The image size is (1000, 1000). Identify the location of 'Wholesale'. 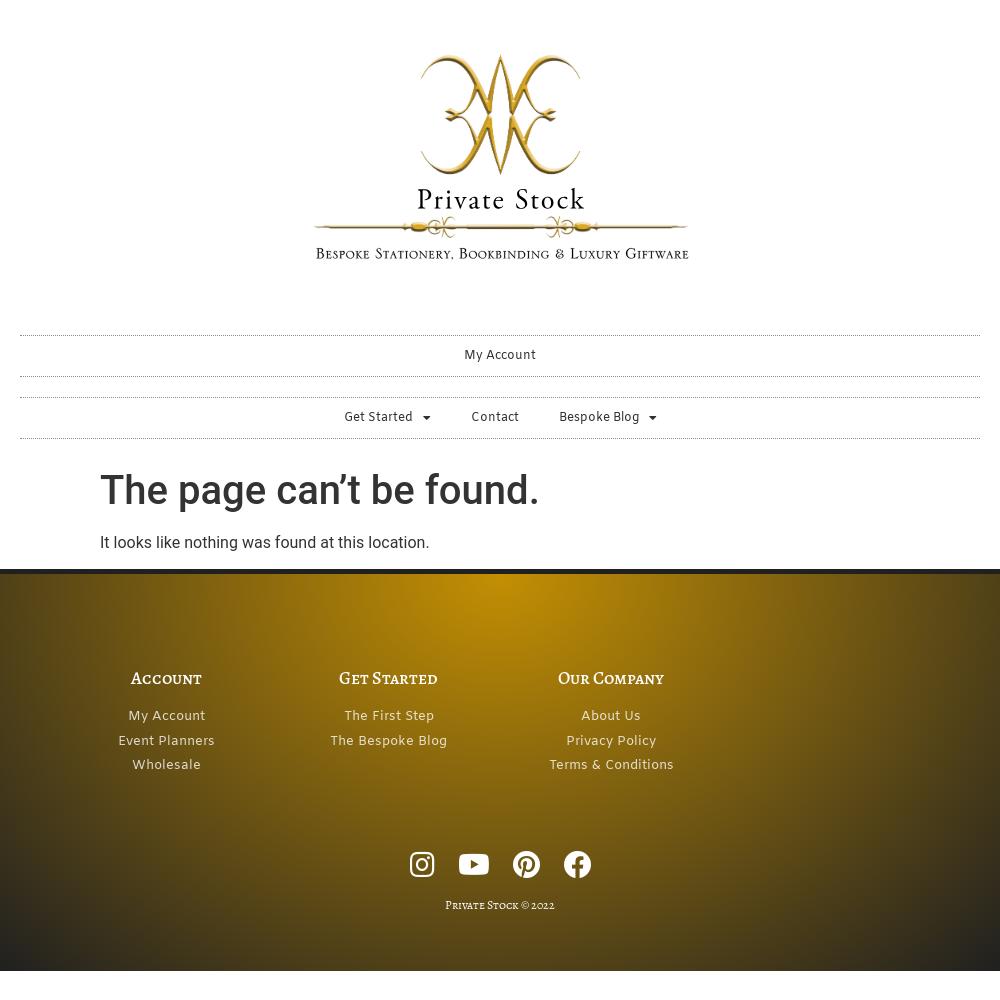
(131, 765).